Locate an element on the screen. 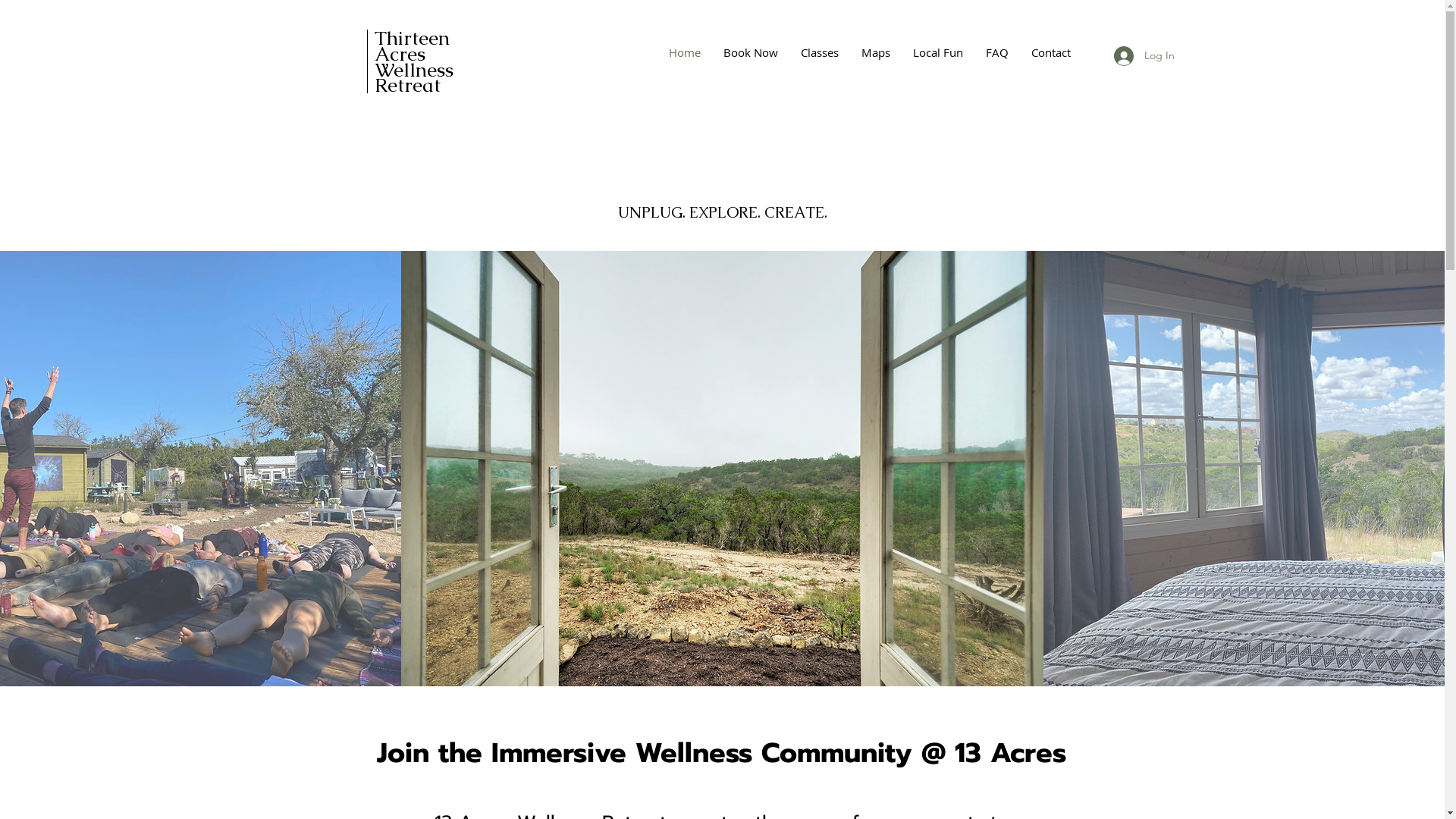 The height and width of the screenshot is (819, 1456). 'Book Now' is located at coordinates (749, 52).